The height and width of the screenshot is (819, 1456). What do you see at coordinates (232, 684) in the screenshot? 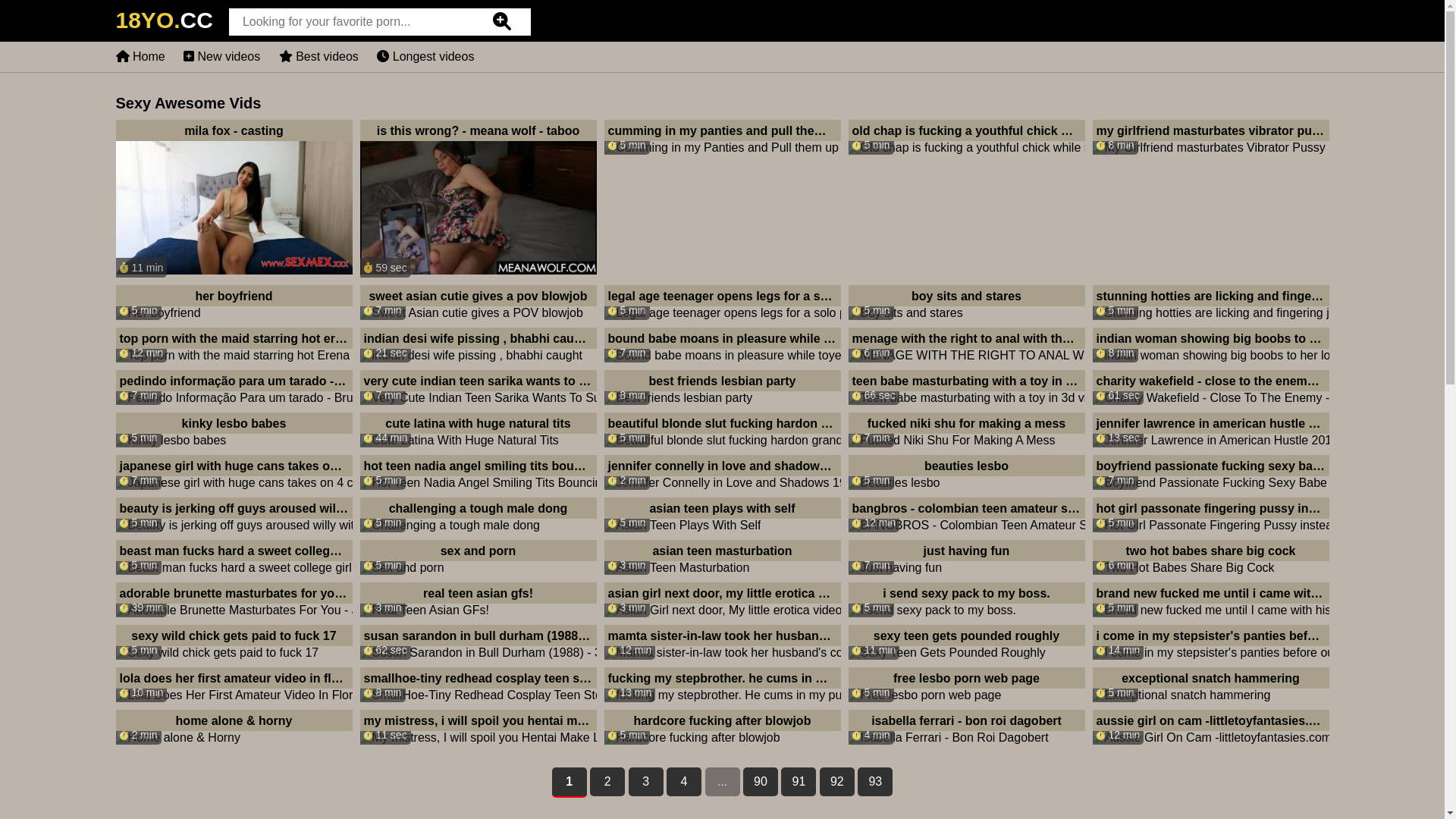
I see `'10 min` at bounding box center [232, 684].